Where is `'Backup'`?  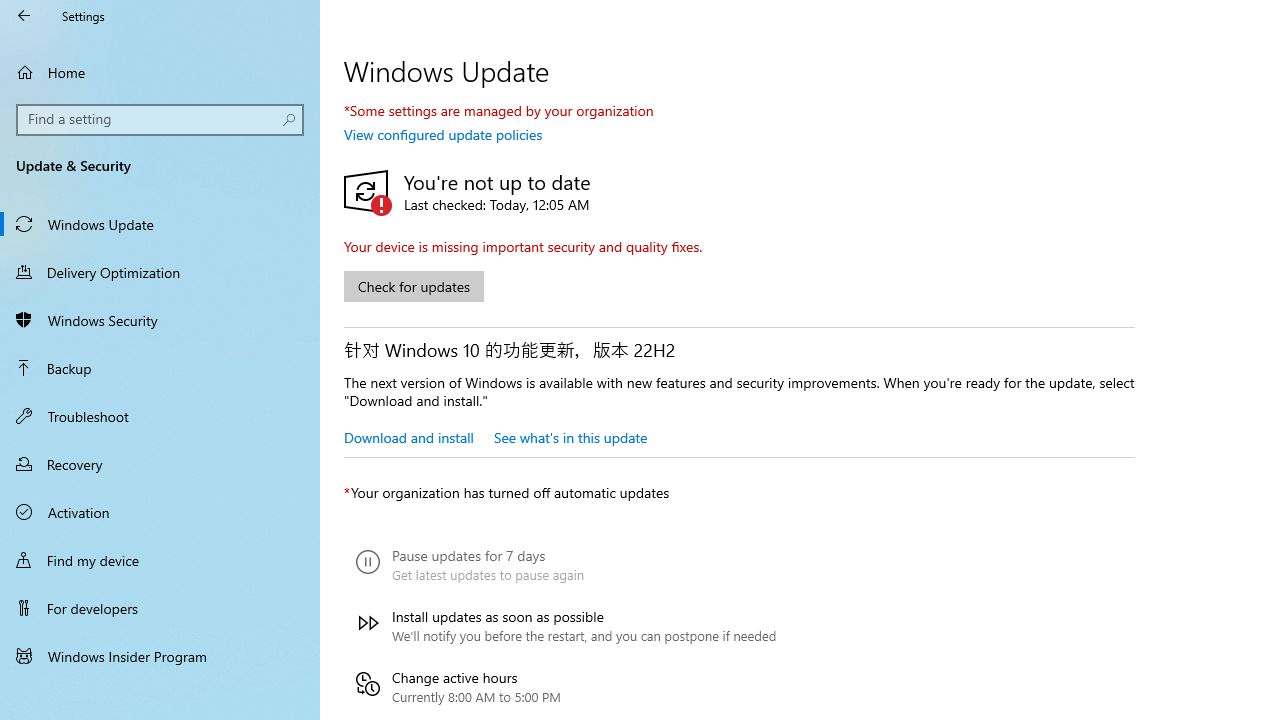 'Backup' is located at coordinates (160, 367).